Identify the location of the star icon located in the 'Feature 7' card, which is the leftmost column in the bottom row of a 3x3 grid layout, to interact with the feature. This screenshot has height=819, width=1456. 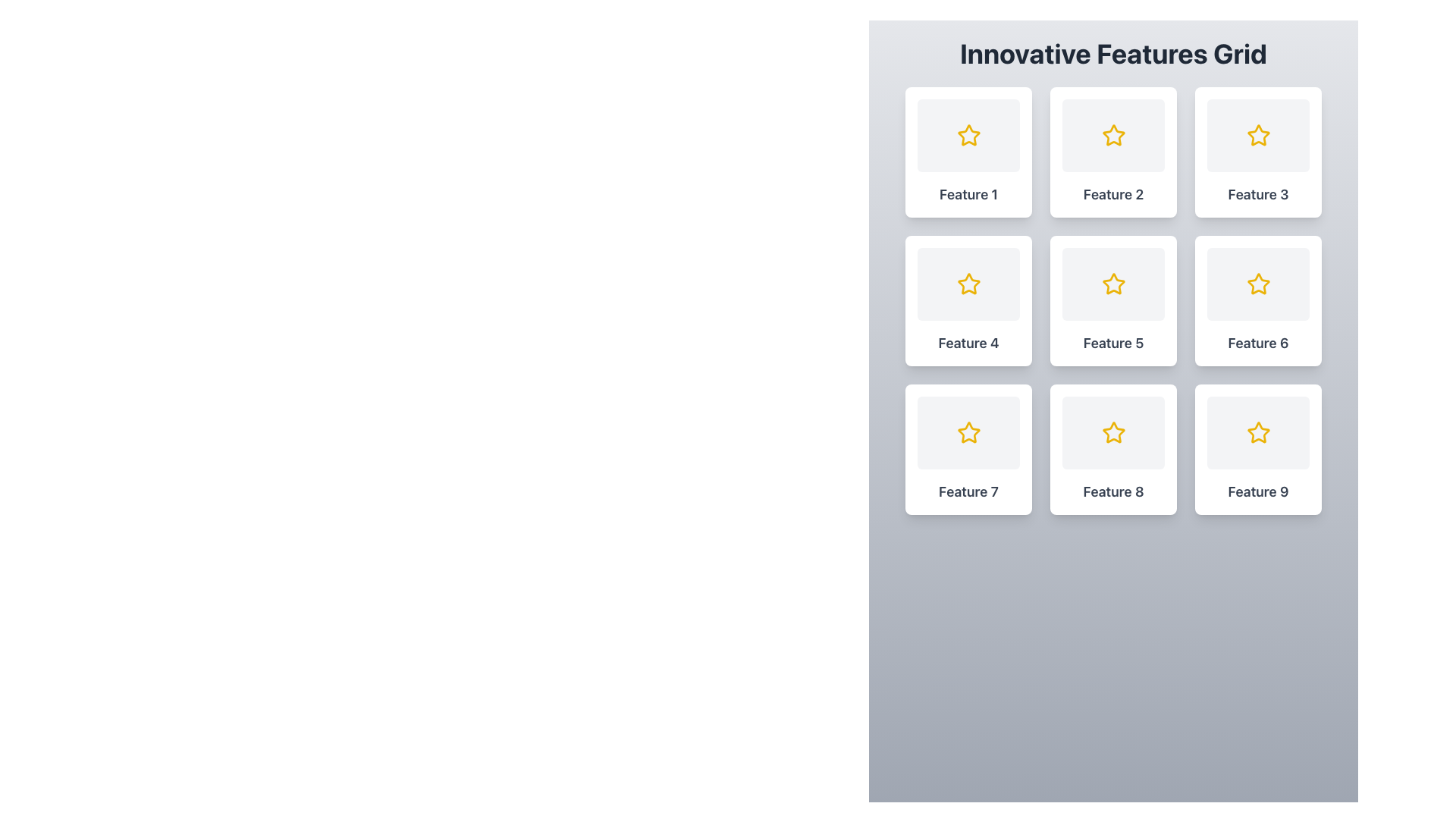
(968, 432).